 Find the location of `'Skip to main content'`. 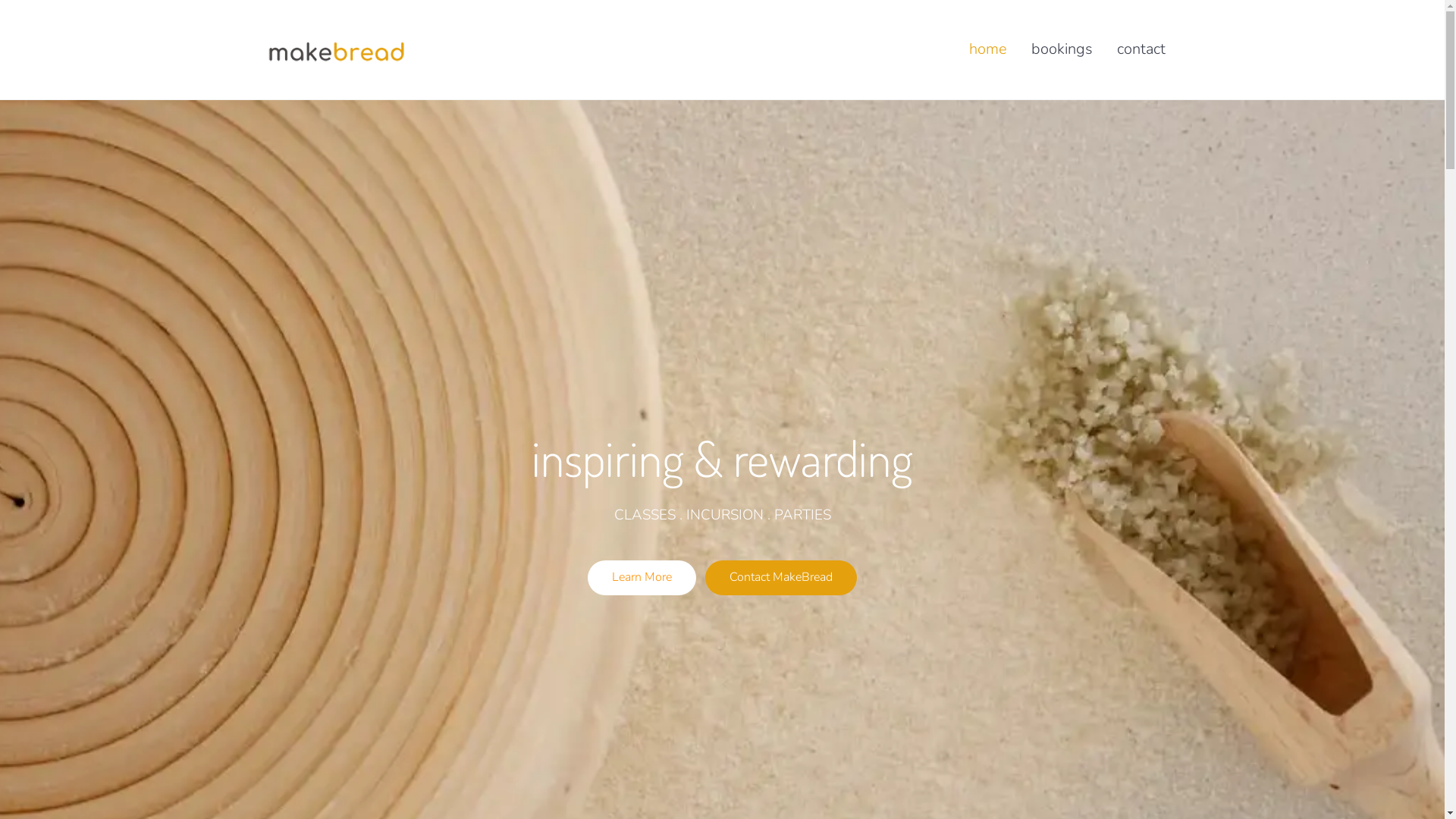

'Skip to main content' is located at coordinates (0, 0).